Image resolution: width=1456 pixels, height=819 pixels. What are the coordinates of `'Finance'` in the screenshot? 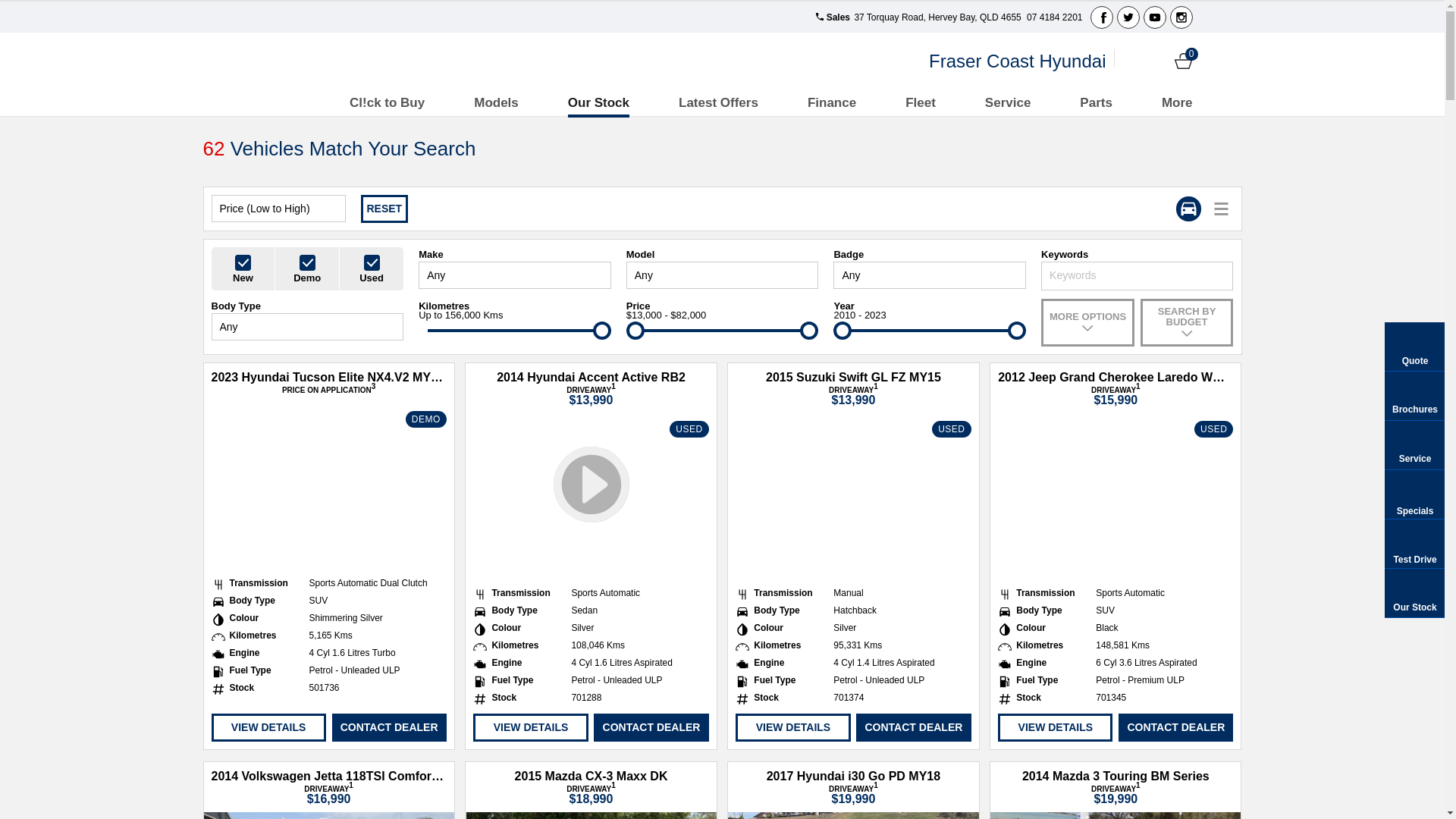 It's located at (807, 102).